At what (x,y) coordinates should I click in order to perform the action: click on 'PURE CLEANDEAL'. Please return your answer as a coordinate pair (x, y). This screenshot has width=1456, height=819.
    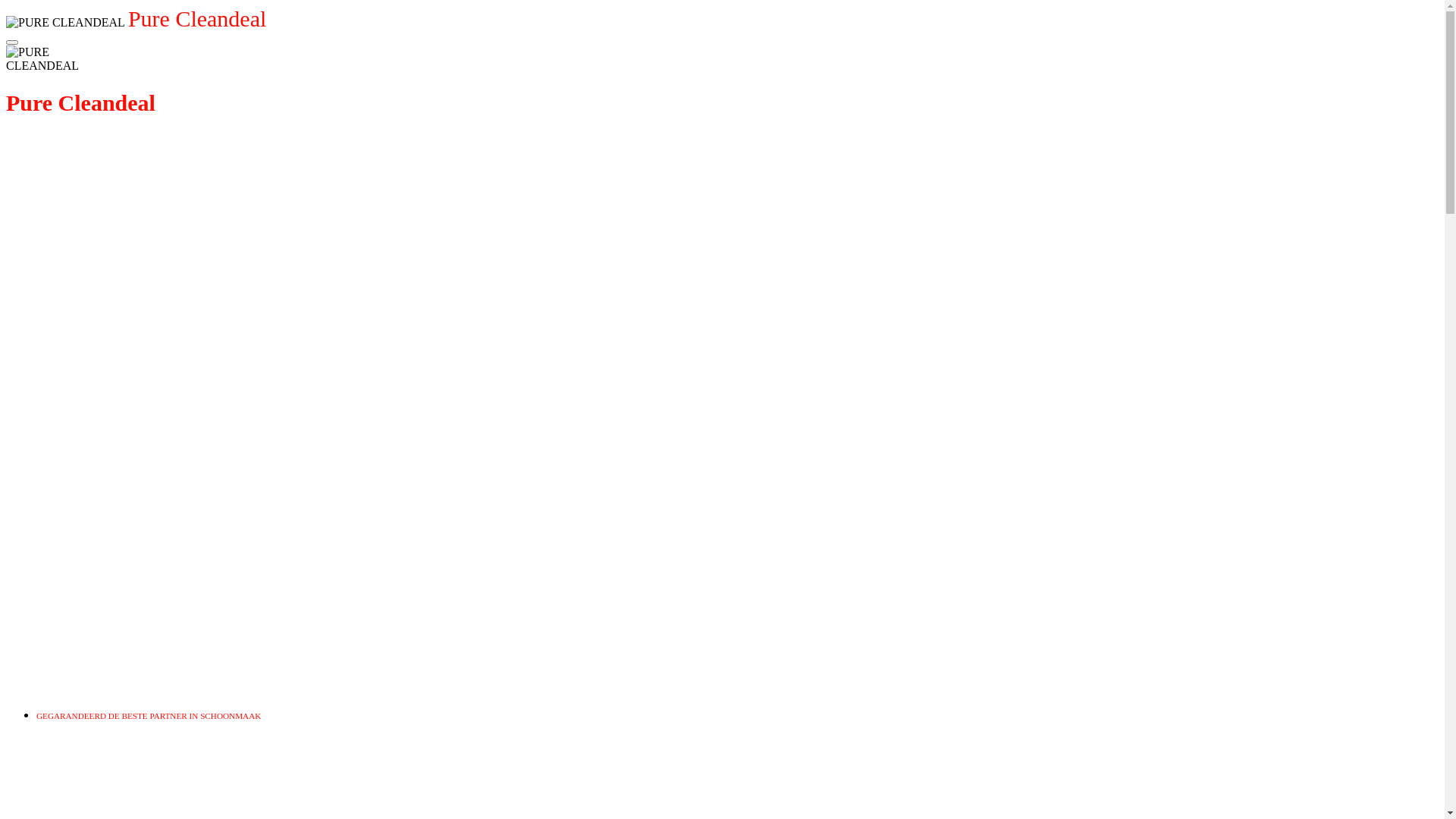
    Looking at the image, I should click on (6, 58).